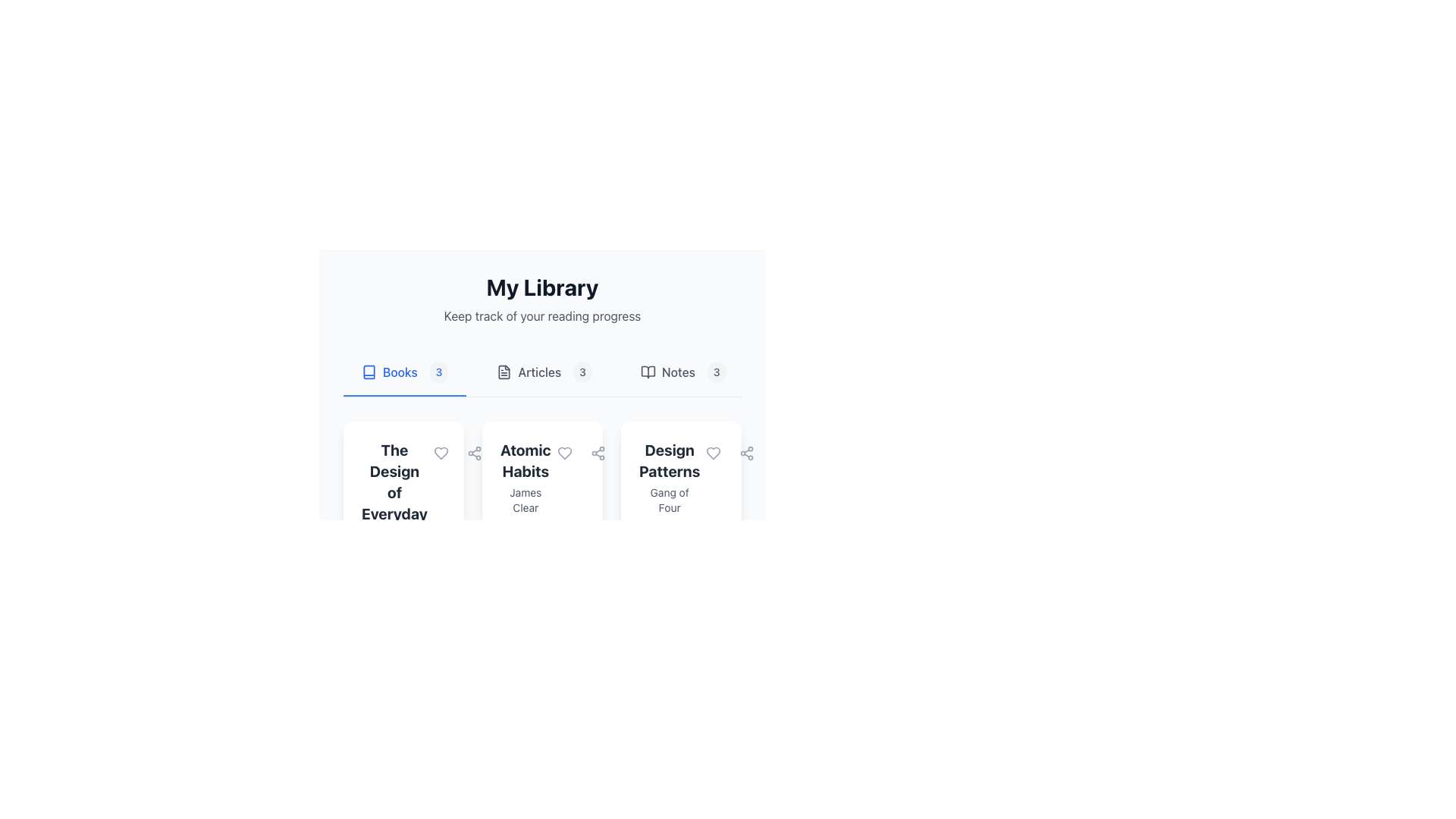 Image resolution: width=1456 pixels, height=819 pixels. Describe the element at coordinates (542, 559) in the screenshot. I see `the second book card in the 'My Library' section` at that location.